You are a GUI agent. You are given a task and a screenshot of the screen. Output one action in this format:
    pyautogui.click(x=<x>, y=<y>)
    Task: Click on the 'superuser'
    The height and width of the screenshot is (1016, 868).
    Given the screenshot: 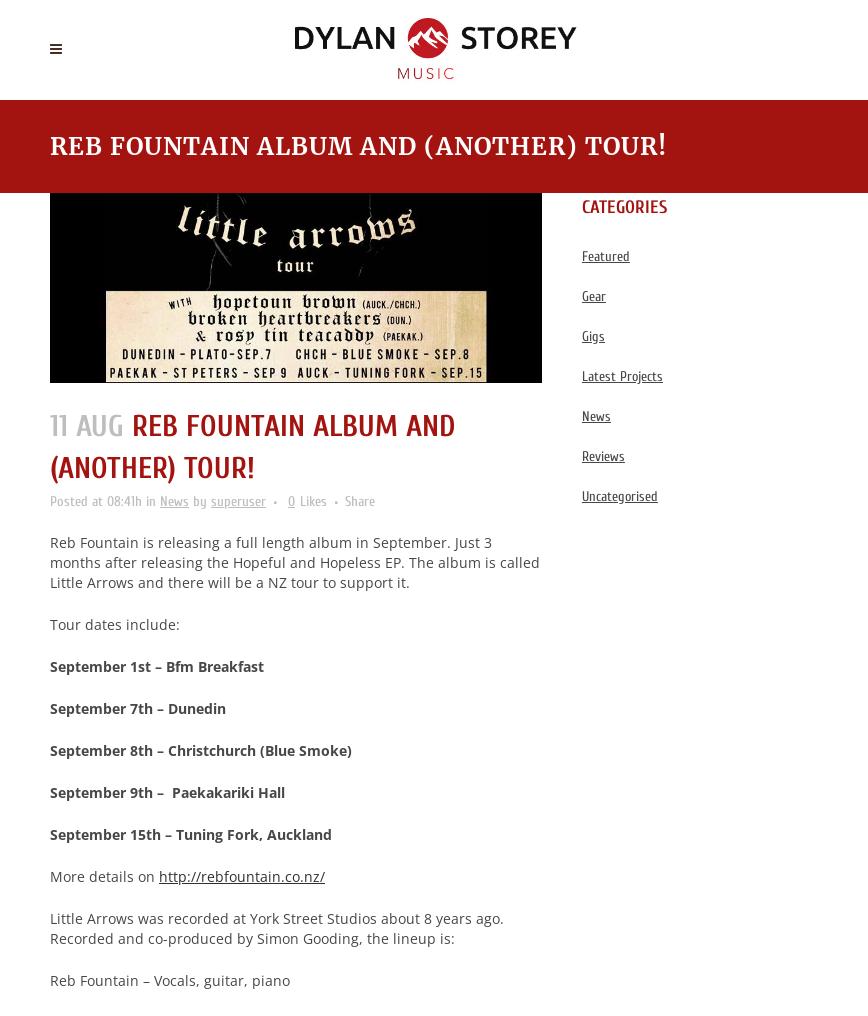 What is the action you would take?
    pyautogui.click(x=211, y=501)
    